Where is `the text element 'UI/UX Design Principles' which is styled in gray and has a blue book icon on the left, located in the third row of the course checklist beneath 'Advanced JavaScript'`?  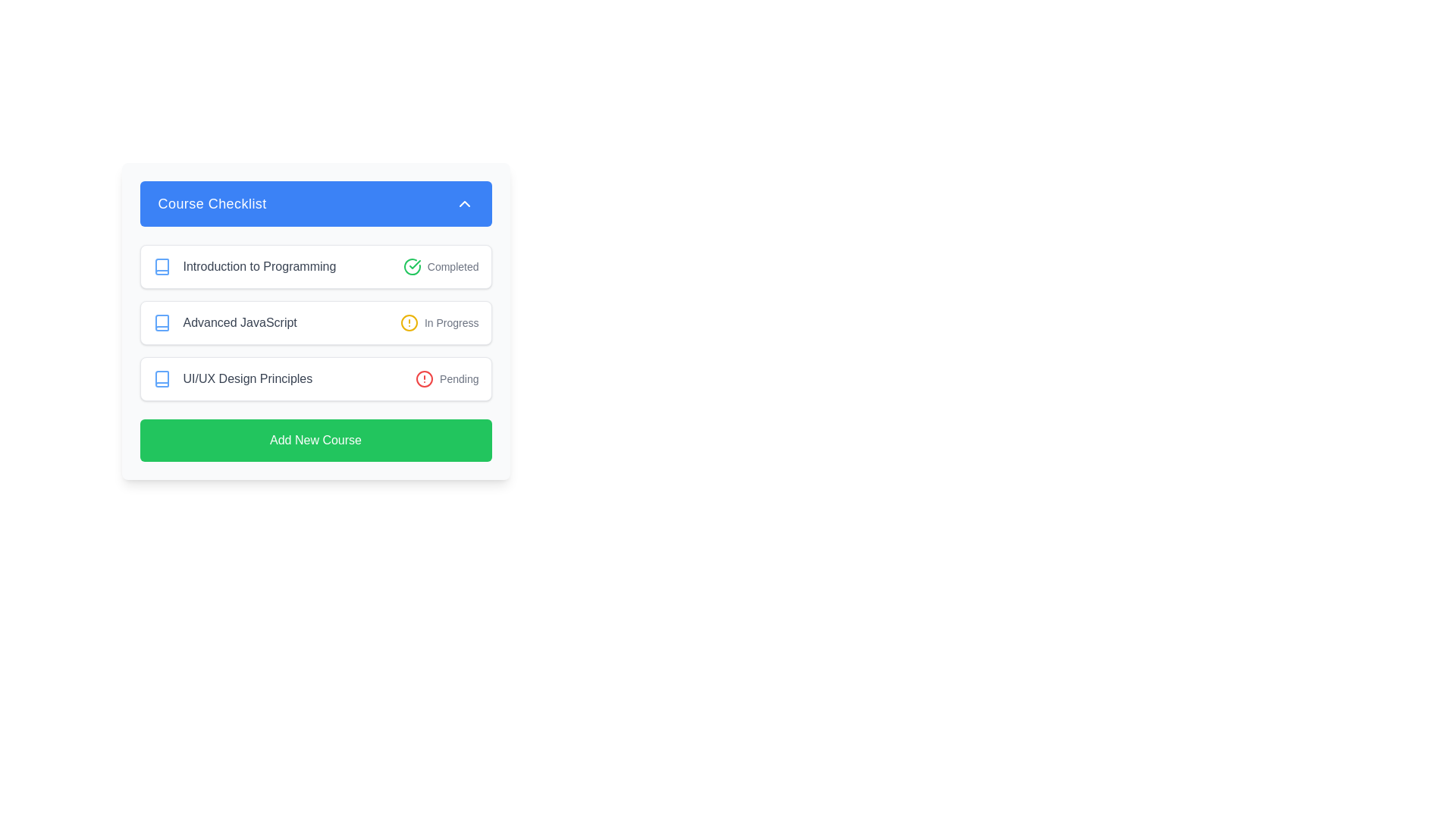 the text element 'UI/UX Design Principles' which is styled in gray and has a blue book icon on the left, located in the third row of the course checklist beneath 'Advanced JavaScript' is located at coordinates (231, 378).